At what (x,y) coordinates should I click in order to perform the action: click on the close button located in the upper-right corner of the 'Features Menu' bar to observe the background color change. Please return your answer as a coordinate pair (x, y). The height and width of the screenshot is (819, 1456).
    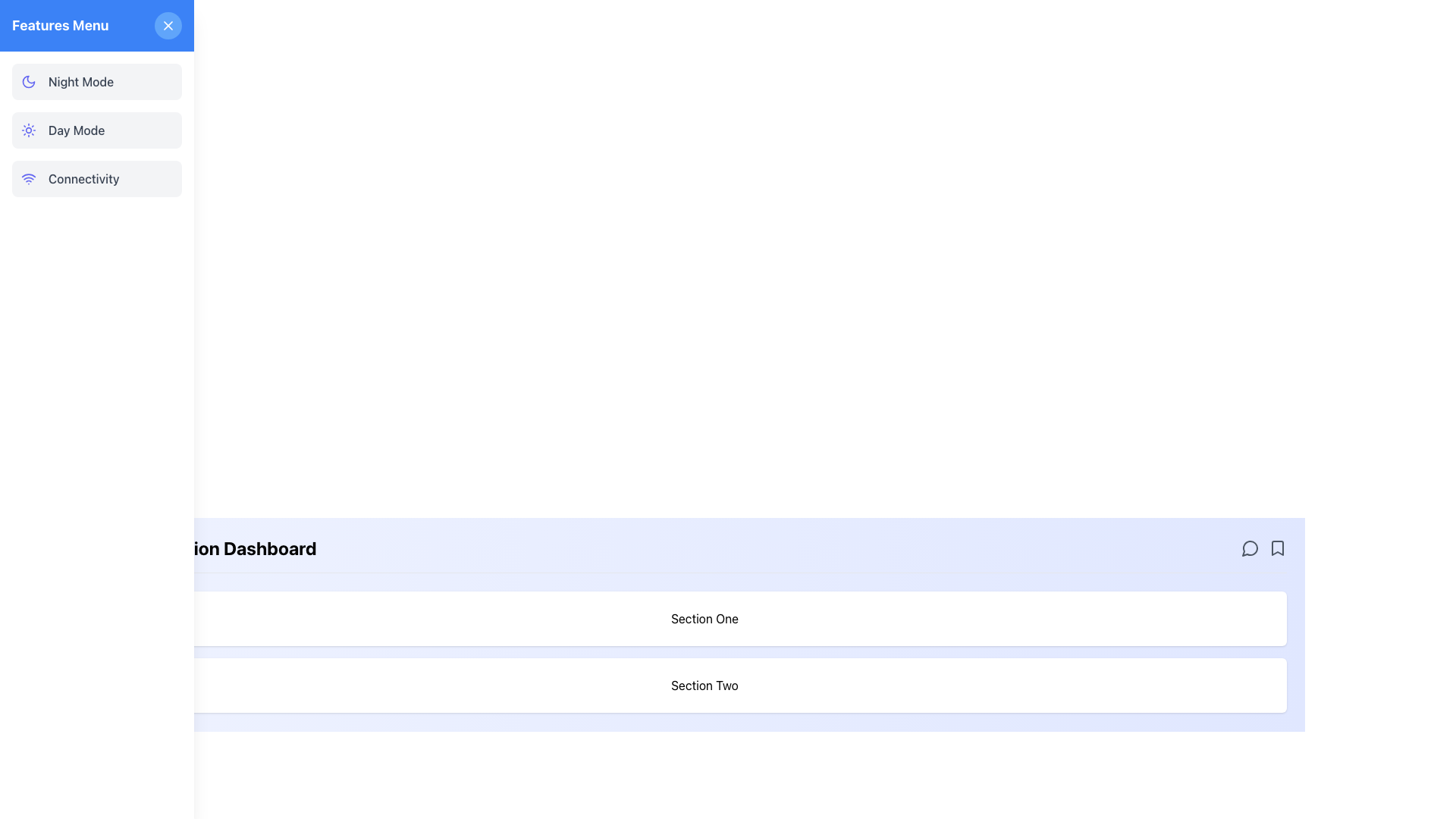
    Looking at the image, I should click on (168, 26).